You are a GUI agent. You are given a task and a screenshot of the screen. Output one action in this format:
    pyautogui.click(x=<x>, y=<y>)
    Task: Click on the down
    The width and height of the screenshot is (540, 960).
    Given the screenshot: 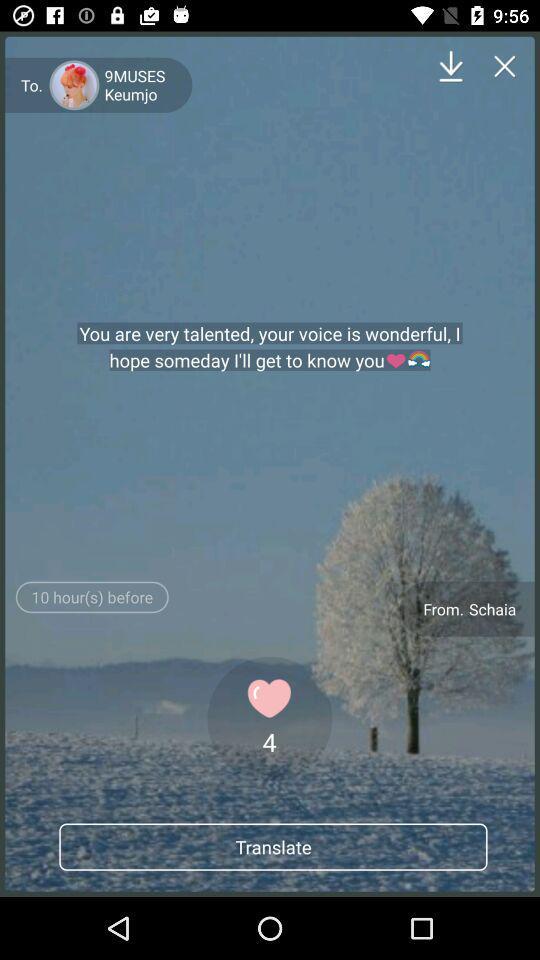 What is the action you would take?
    pyautogui.click(x=451, y=66)
    